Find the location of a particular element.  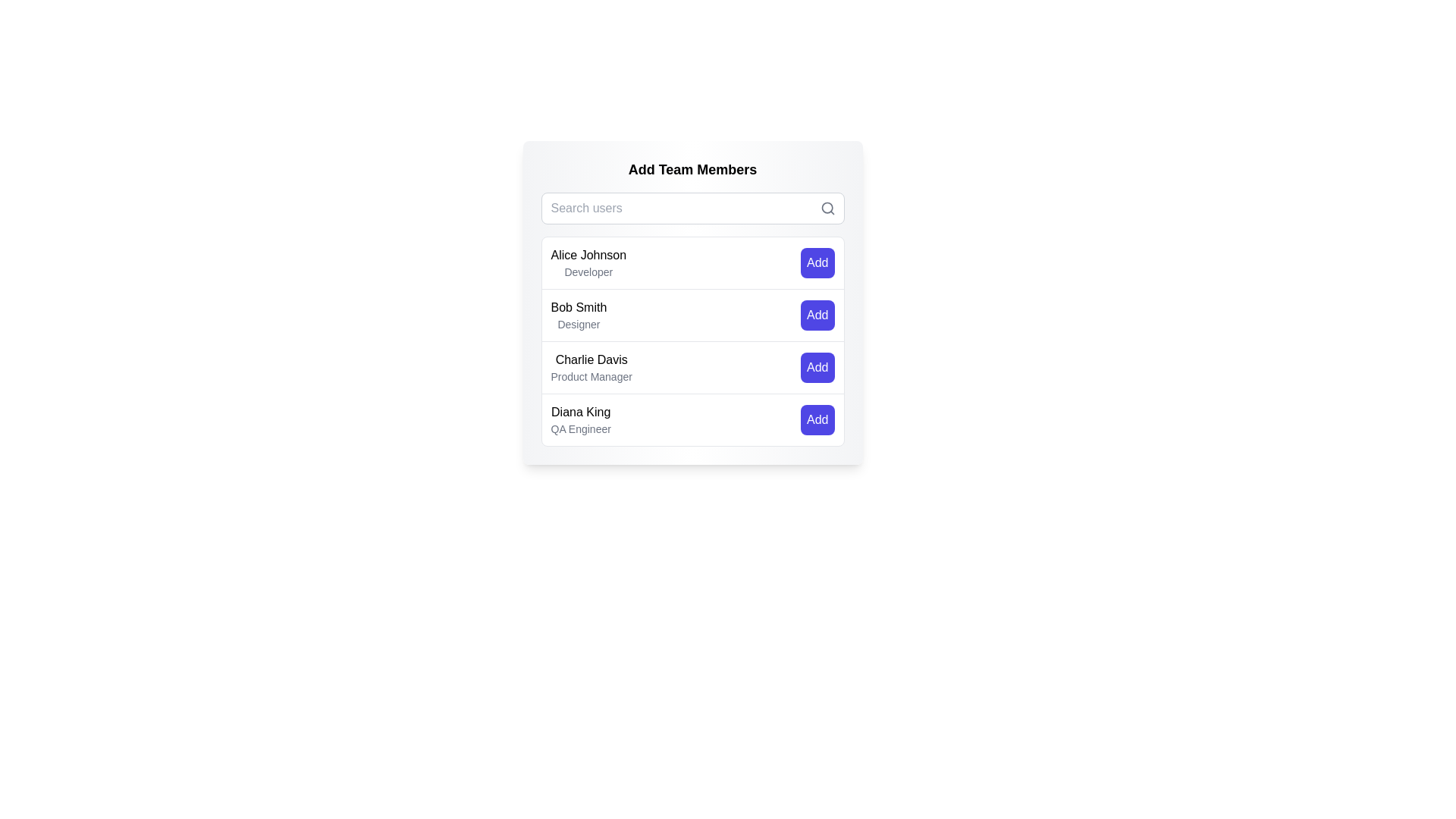

the static text label displaying 'Bob Smith', which is positioned vertically above the designation 'Designer' is located at coordinates (578, 307).